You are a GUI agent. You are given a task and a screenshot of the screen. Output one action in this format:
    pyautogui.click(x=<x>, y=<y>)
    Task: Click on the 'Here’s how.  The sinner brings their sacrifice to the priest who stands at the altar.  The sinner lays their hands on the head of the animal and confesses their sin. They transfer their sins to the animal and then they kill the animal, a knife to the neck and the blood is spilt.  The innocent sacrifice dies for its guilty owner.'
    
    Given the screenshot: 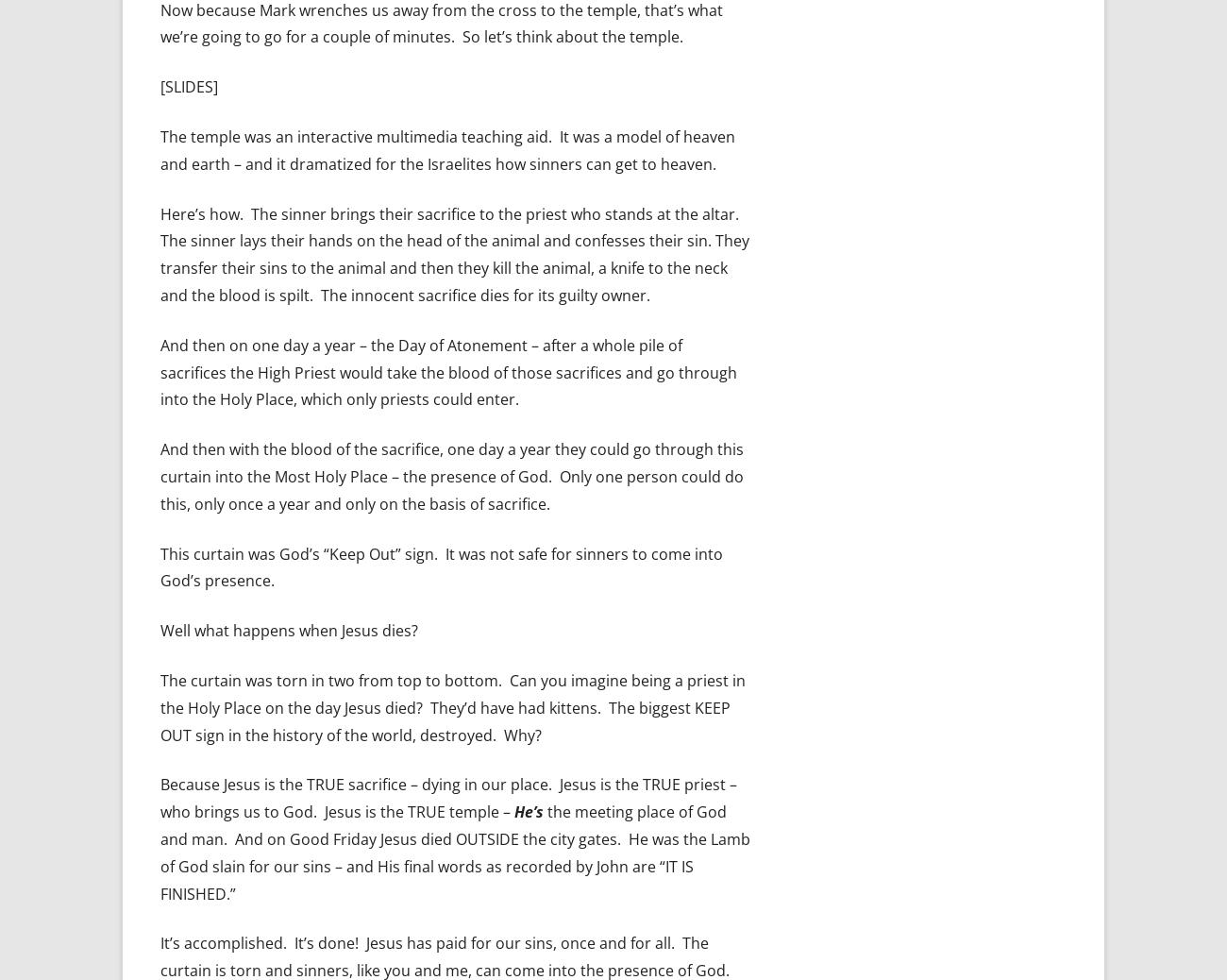 What is the action you would take?
    pyautogui.click(x=454, y=254)
    